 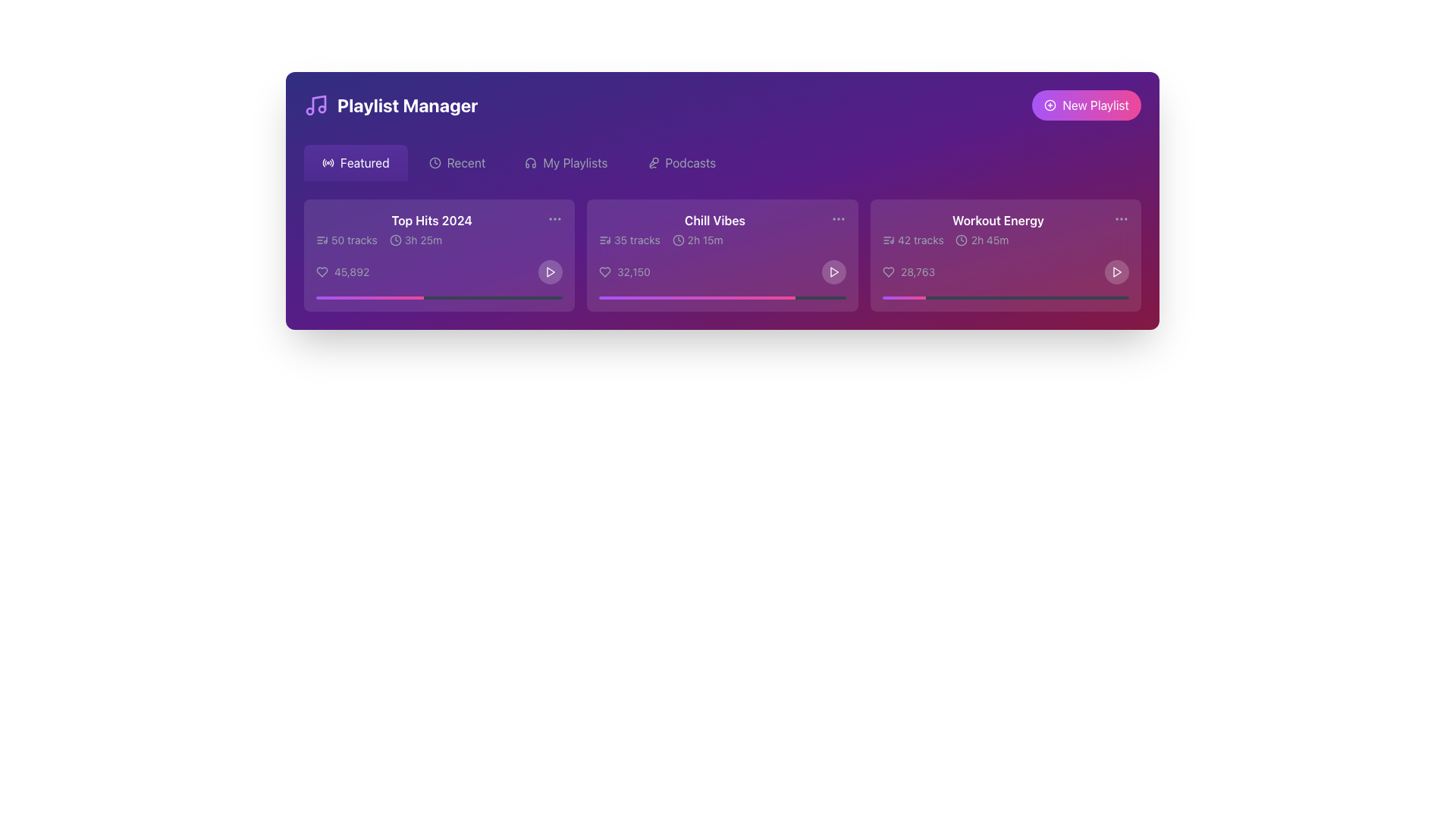 I want to click on the position on the slider, so click(x=723, y=298).